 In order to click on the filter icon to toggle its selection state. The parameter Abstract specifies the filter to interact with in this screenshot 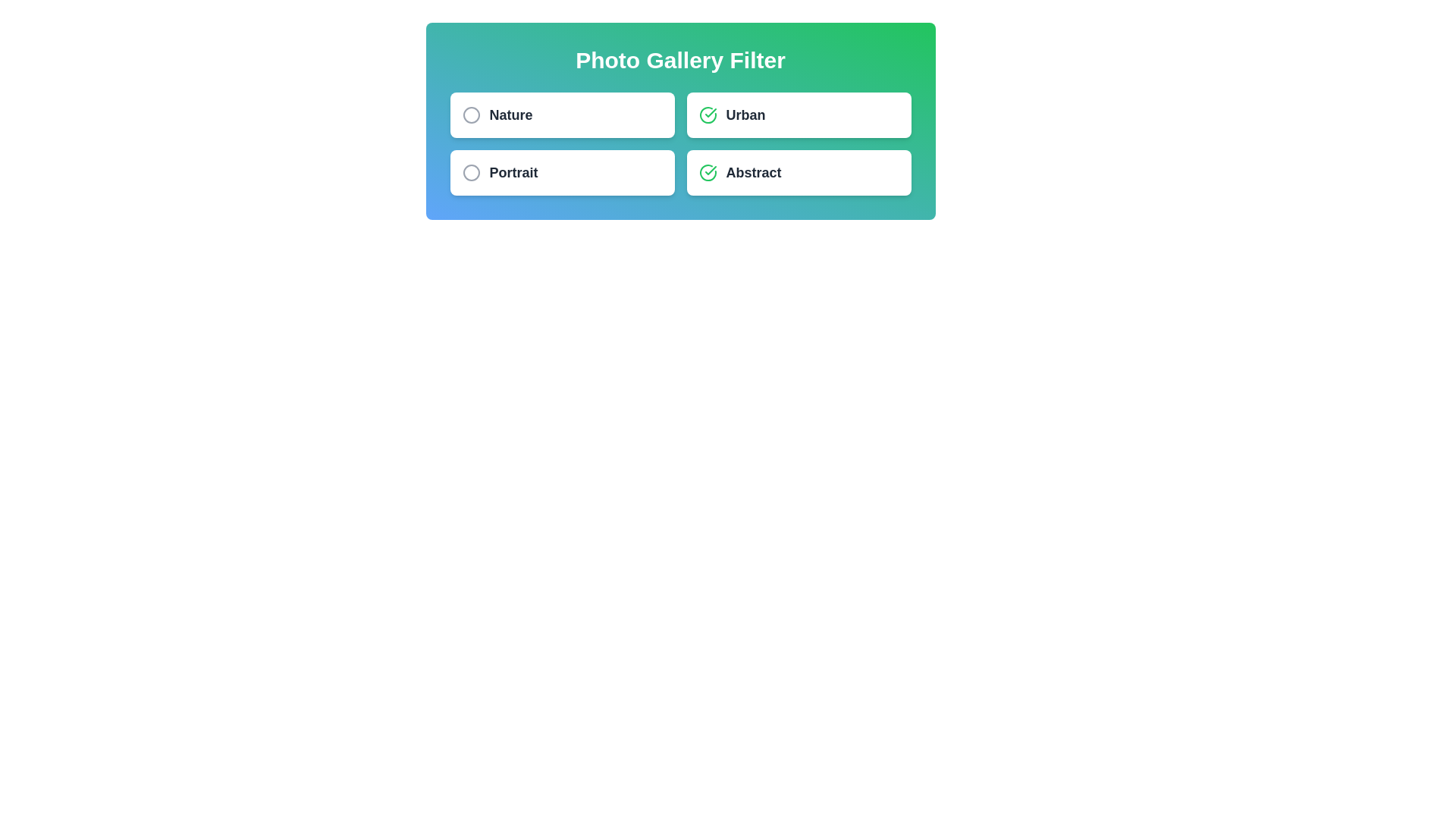, I will do `click(707, 171)`.